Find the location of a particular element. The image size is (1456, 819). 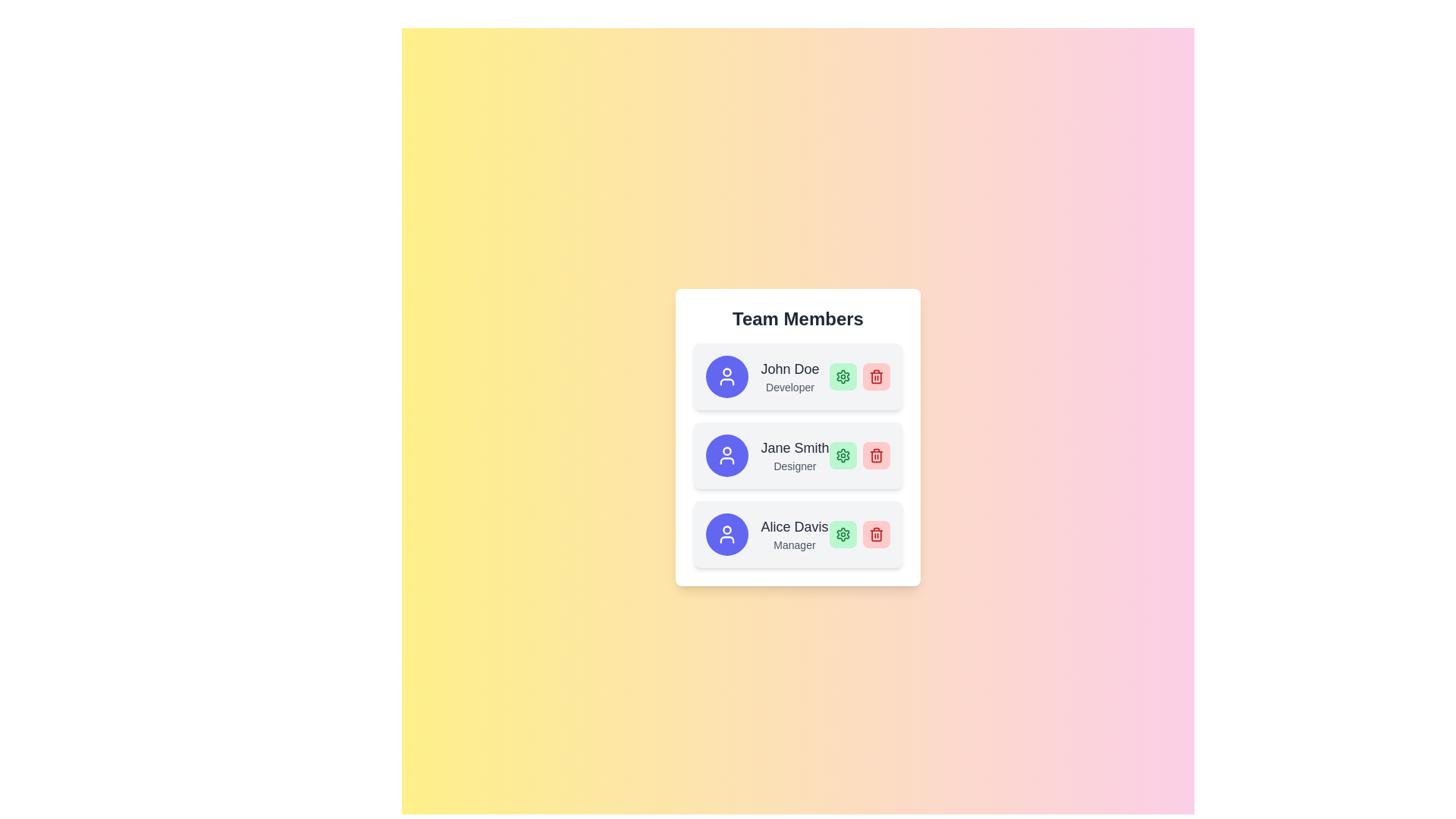

text label displaying 'John Doe' in bold black letters and 'Developer' in smaller gray text, located in the topmost section of the 'Team Members' list, following the circular icon and preceding two action buttons is located at coordinates (789, 376).